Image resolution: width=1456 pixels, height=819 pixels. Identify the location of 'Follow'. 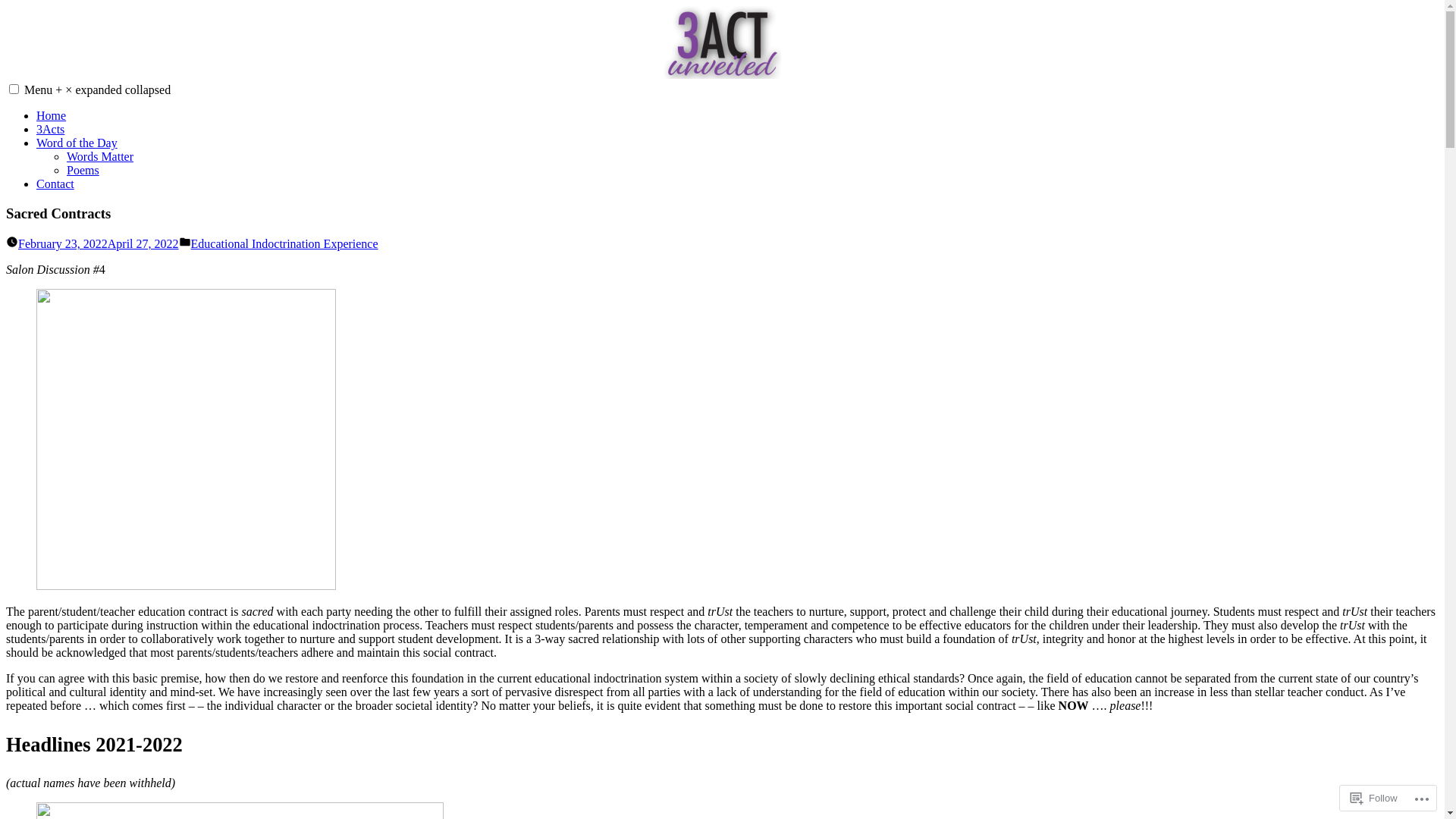
(1374, 797).